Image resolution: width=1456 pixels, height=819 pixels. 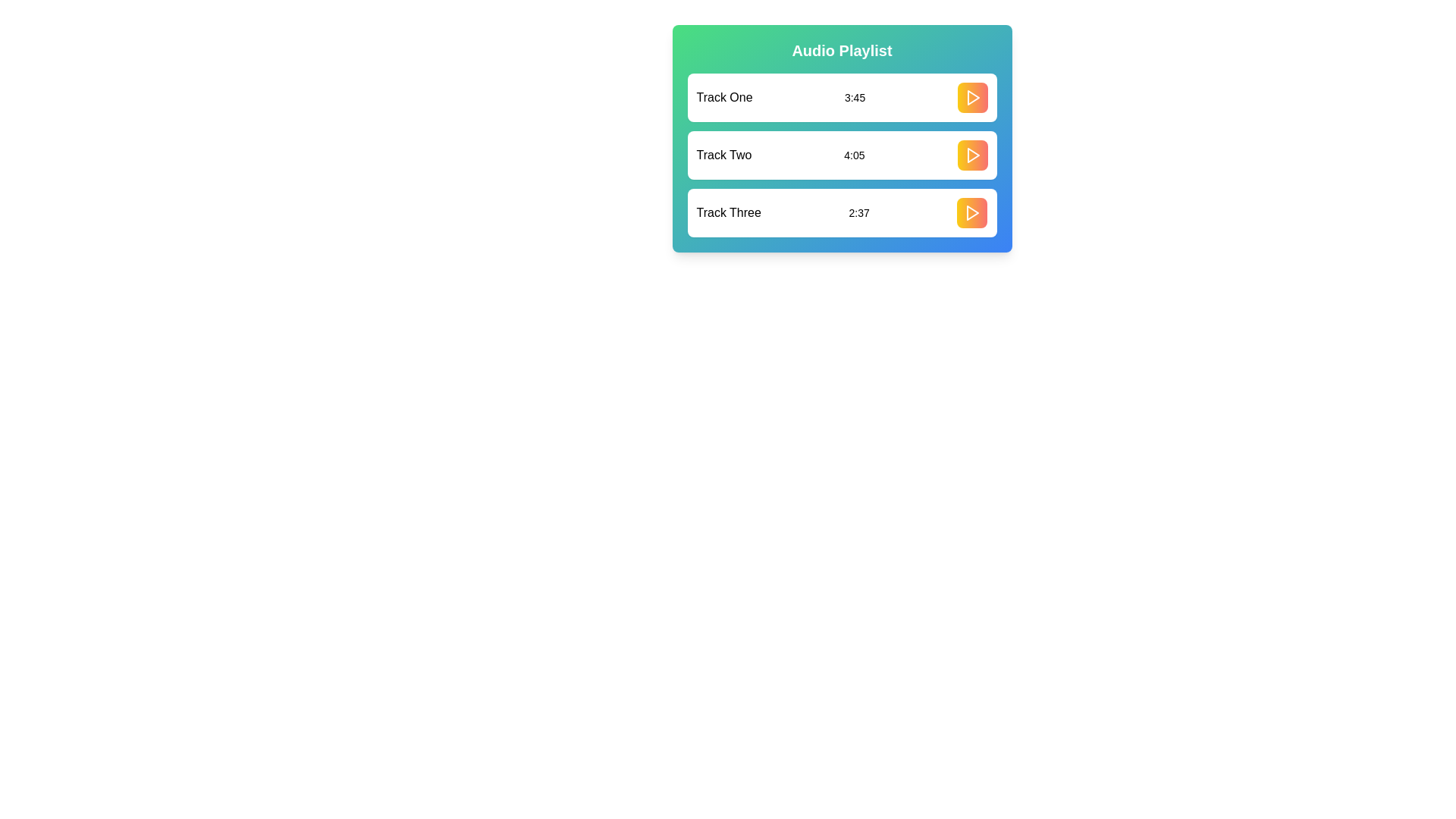 What do you see at coordinates (972, 155) in the screenshot?
I see `the play button located within the second track entry of the tracklist to initiate playback of the associated audio track` at bounding box center [972, 155].